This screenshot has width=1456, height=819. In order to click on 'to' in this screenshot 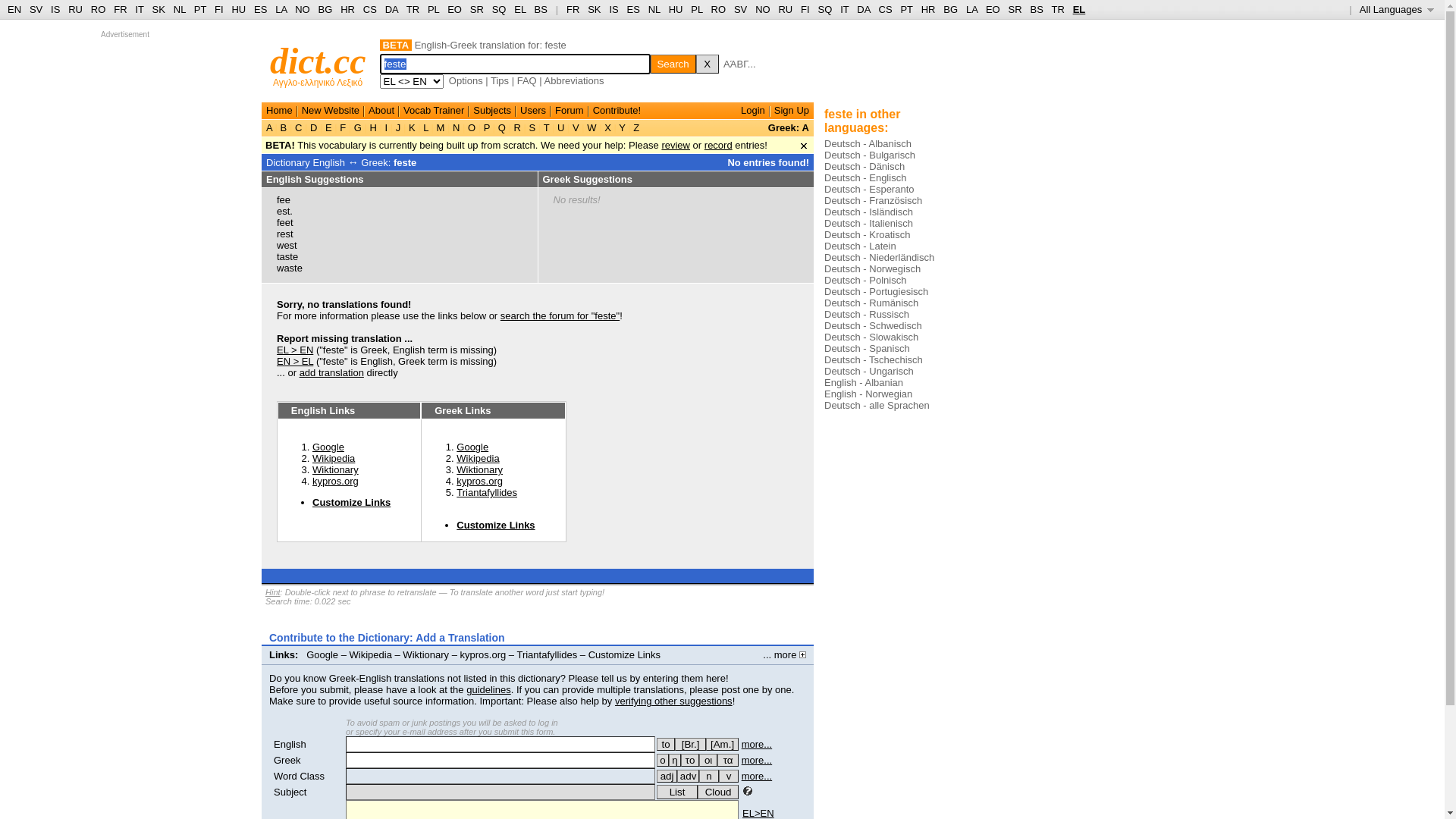, I will do `click(666, 743)`.